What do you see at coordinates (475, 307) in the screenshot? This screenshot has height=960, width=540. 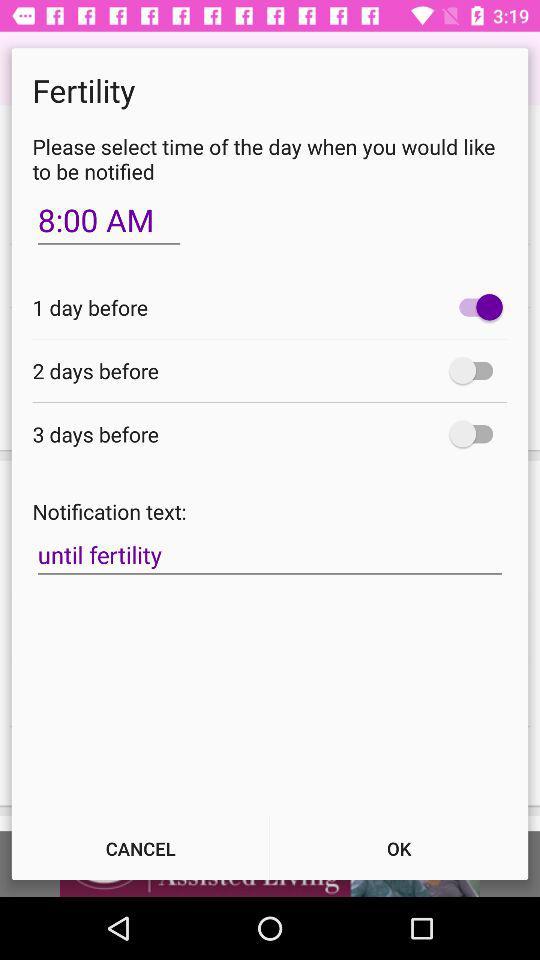 I see `alarm` at bounding box center [475, 307].